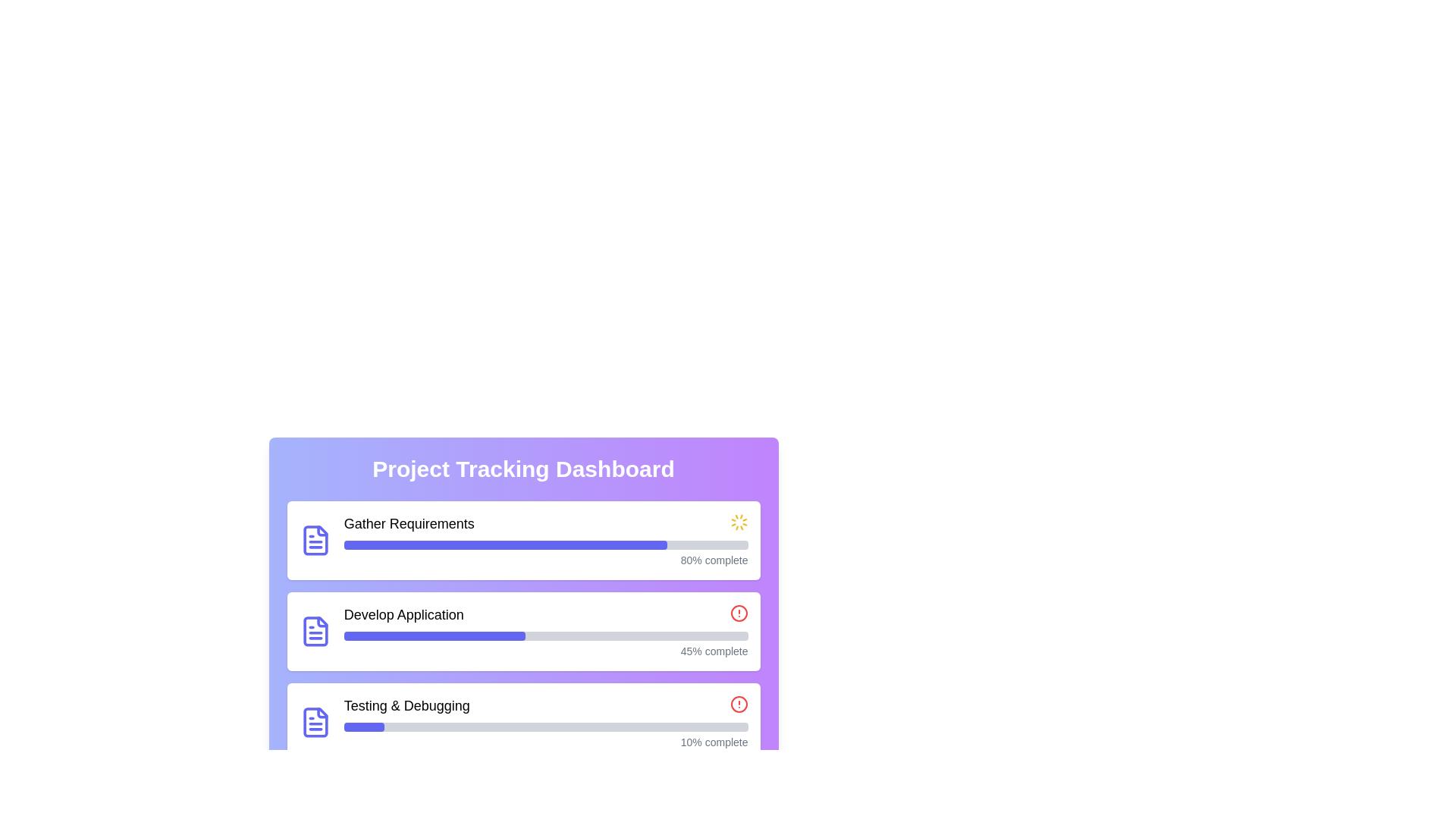  Describe the element at coordinates (546, 544) in the screenshot. I see `the horizontal progress bar in the 'Gather Requirements' section of the project tracking dashboard, which is filled to 80% and has a rounded design` at that location.